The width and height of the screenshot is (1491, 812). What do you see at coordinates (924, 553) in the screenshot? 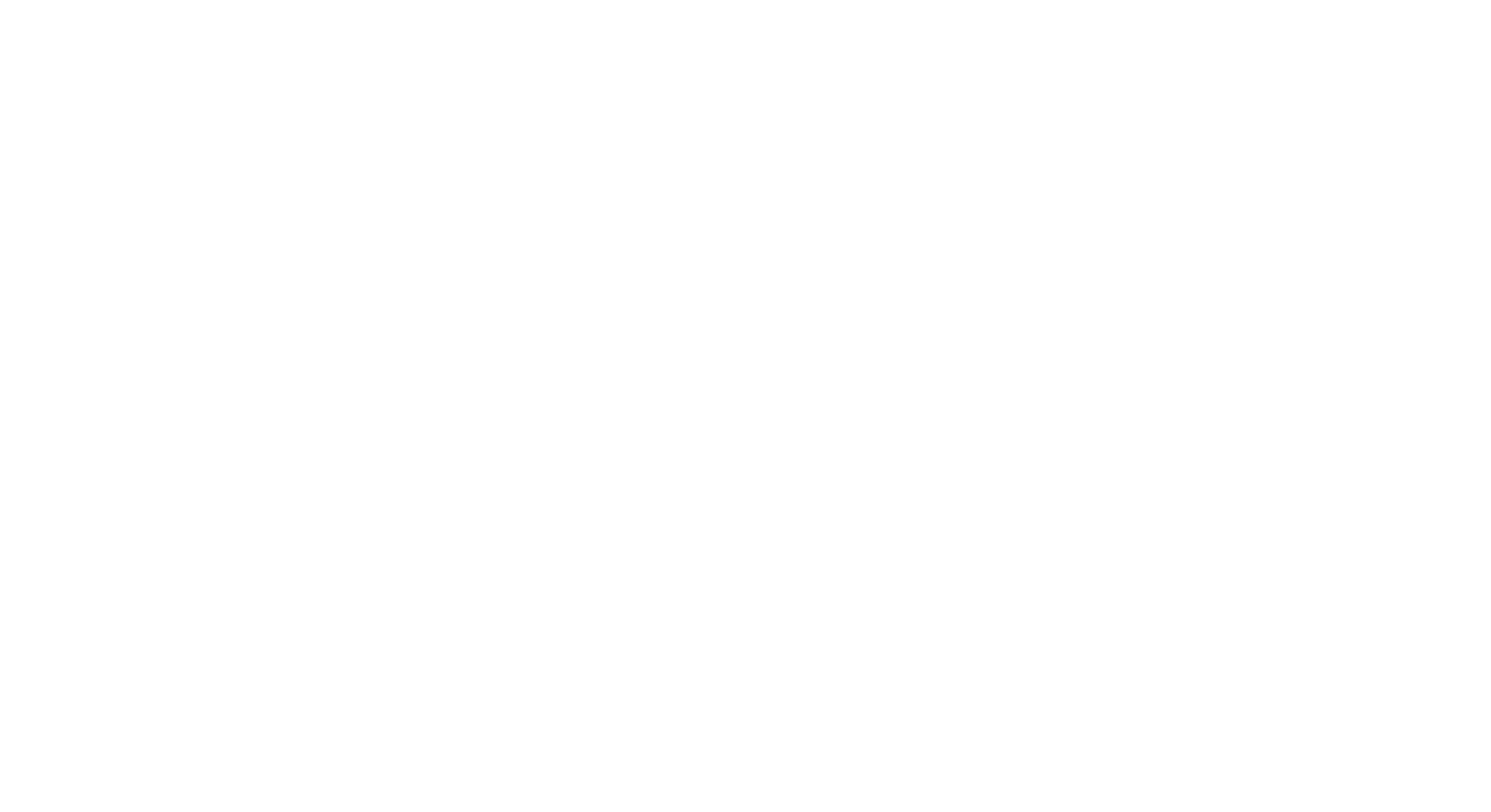
I see `'Media'` at bounding box center [924, 553].